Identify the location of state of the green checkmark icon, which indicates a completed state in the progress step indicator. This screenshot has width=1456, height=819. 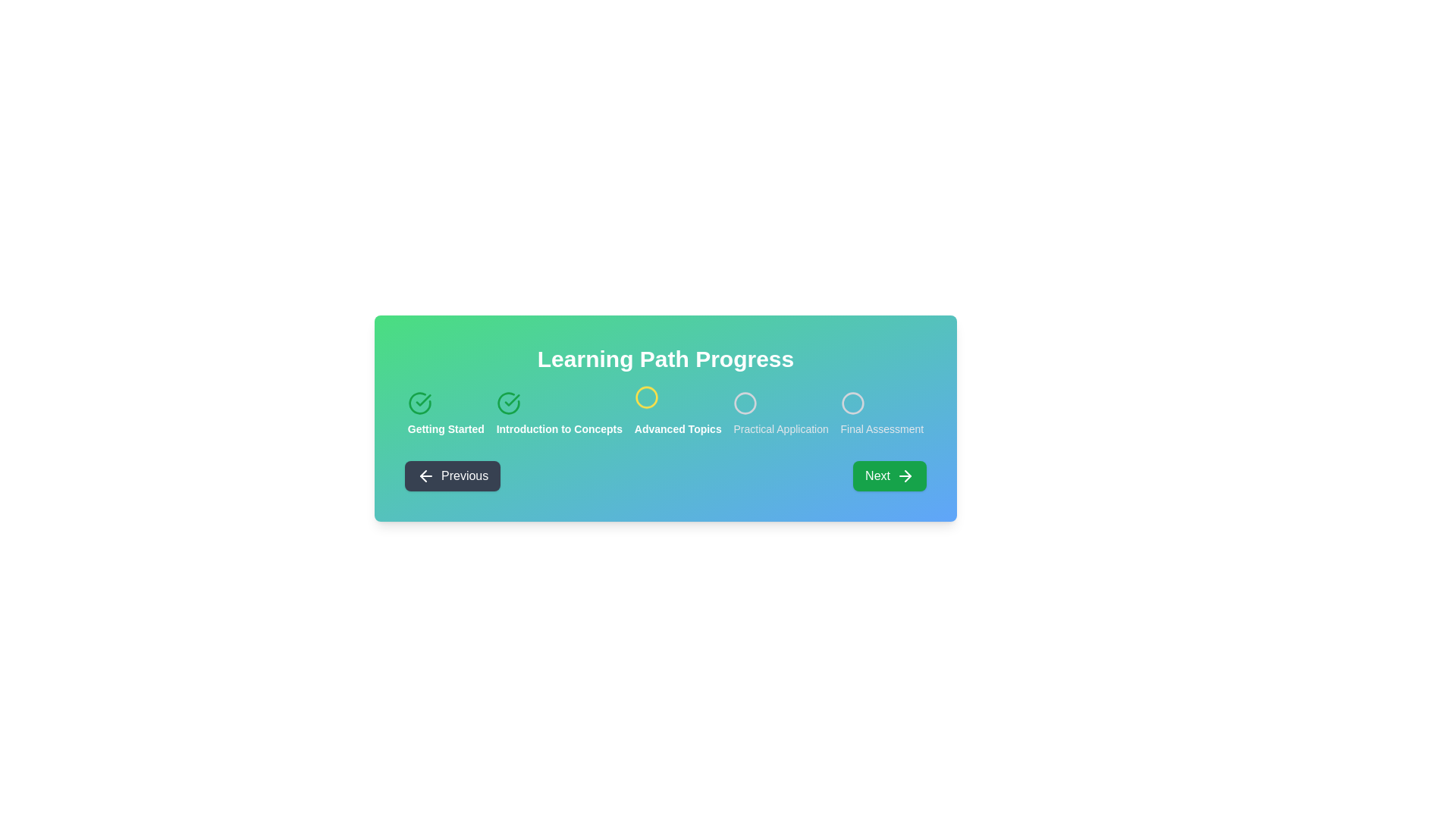
(423, 400).